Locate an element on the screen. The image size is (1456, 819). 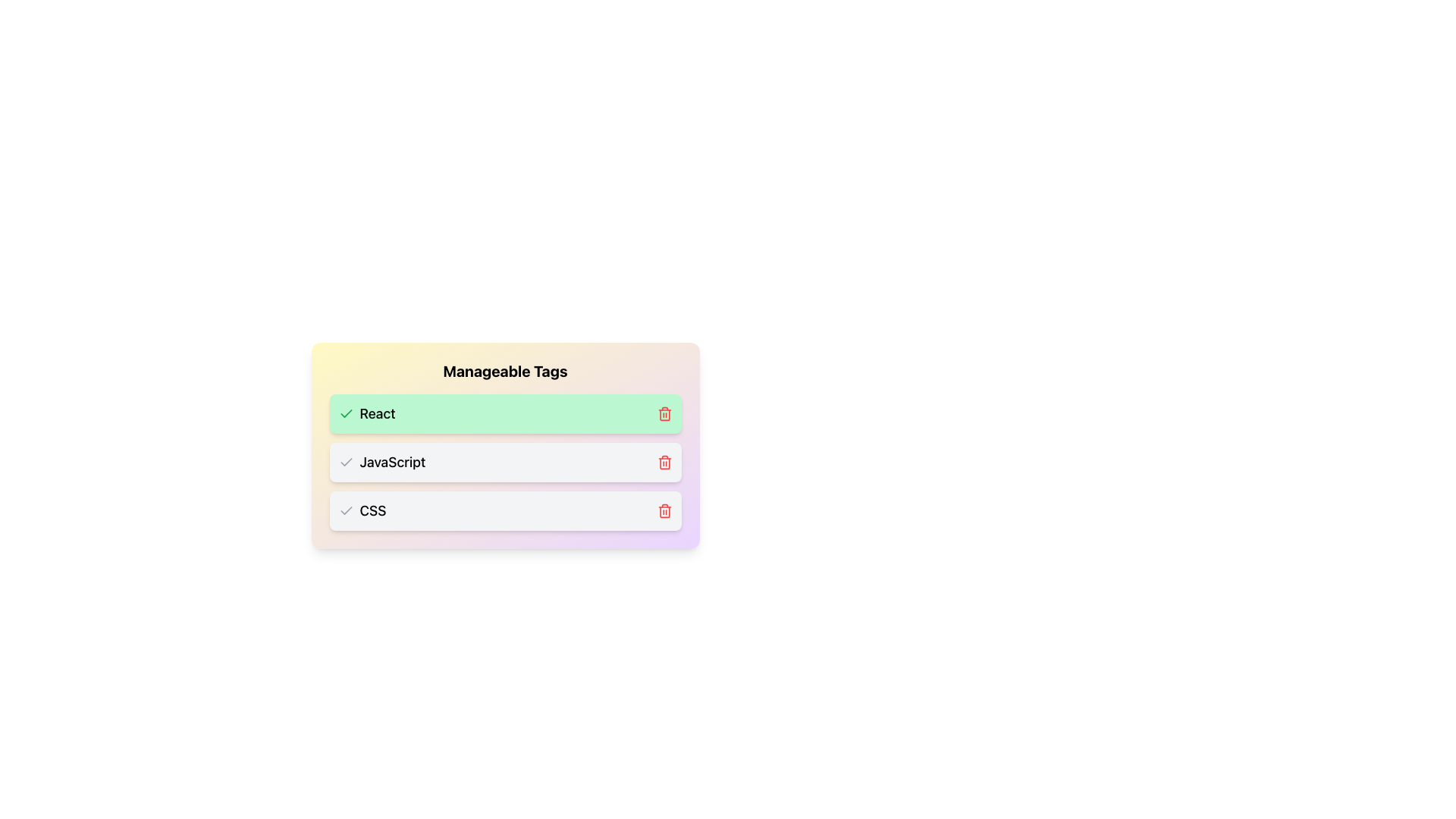
the delete button icon for removing the 'JavaScript' tag, which is positioned at the end of the tag's segment is located at coordinates (664, 461).